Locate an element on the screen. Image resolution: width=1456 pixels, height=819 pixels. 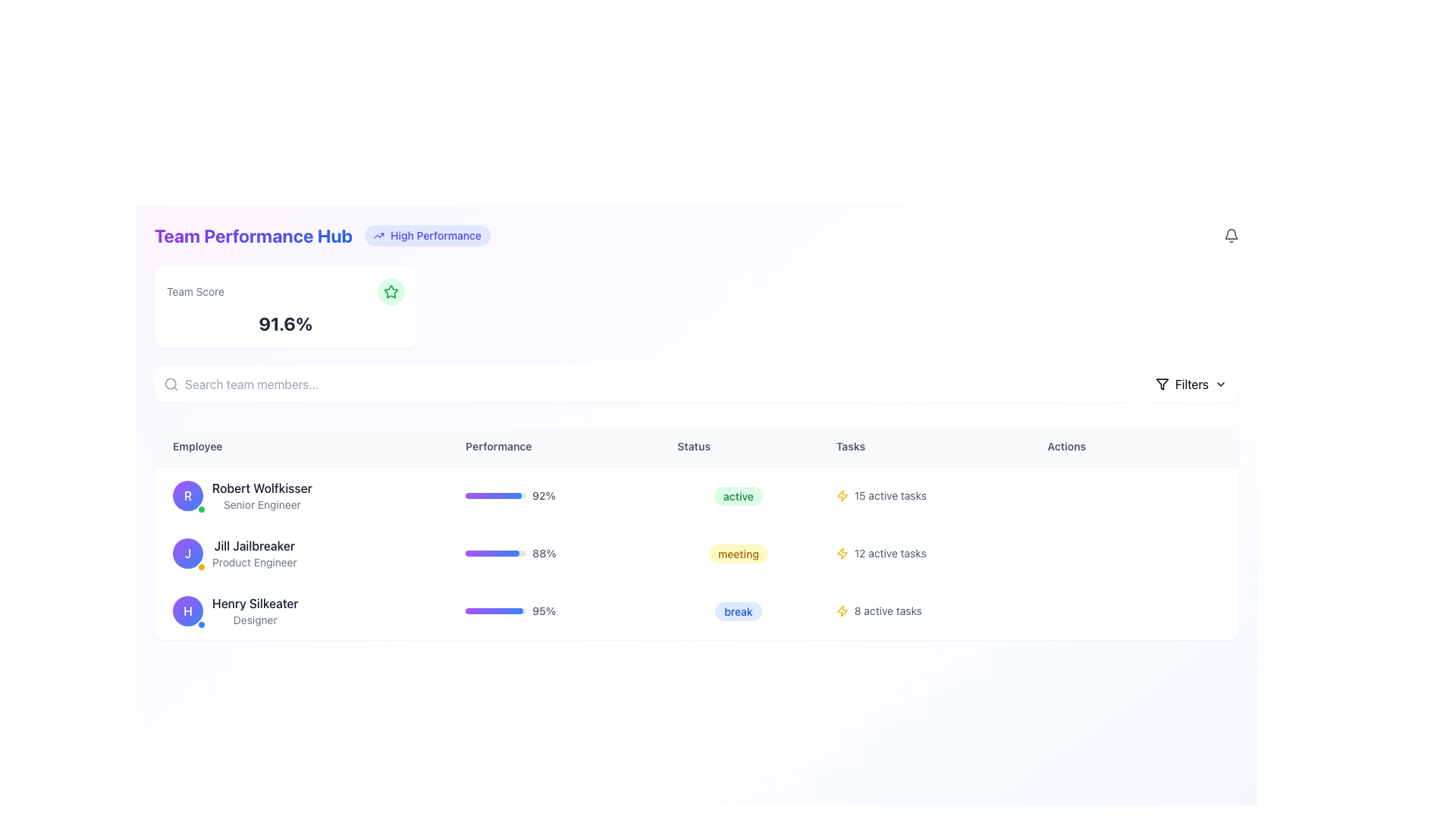
the progress bar element indicating the performance of Robert Wolfkisser, which shows a gradient progress from purple to blue and is adjacent to the '92%' percentage text is located at coordinates (496, 496).